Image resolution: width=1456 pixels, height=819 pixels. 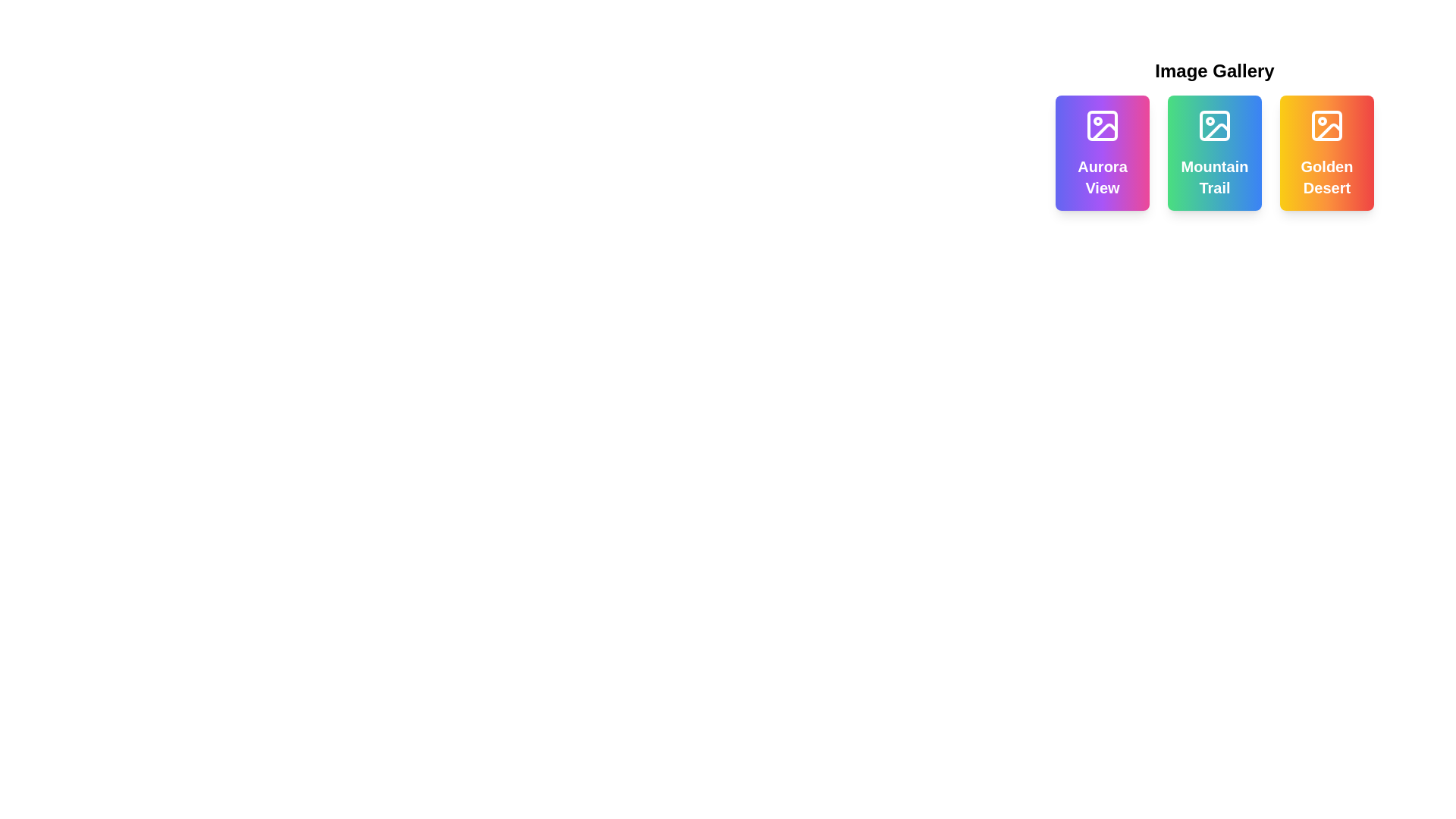 I want to click on the 'Mountain Trail' selectable card in the image gallery for accessibility actions, so click(x=1215, y=133).